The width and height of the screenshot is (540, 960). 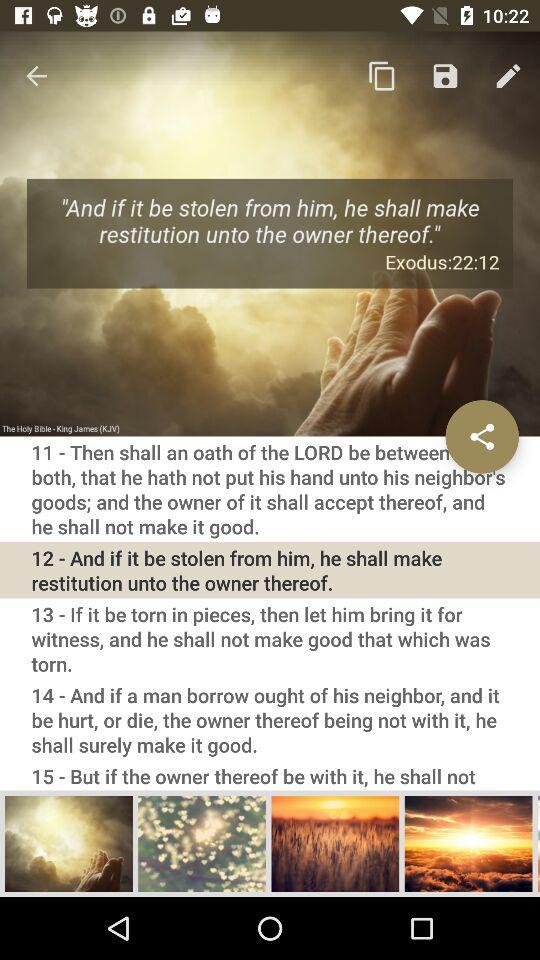 I want to click on click image, so click(x=68, y=842).